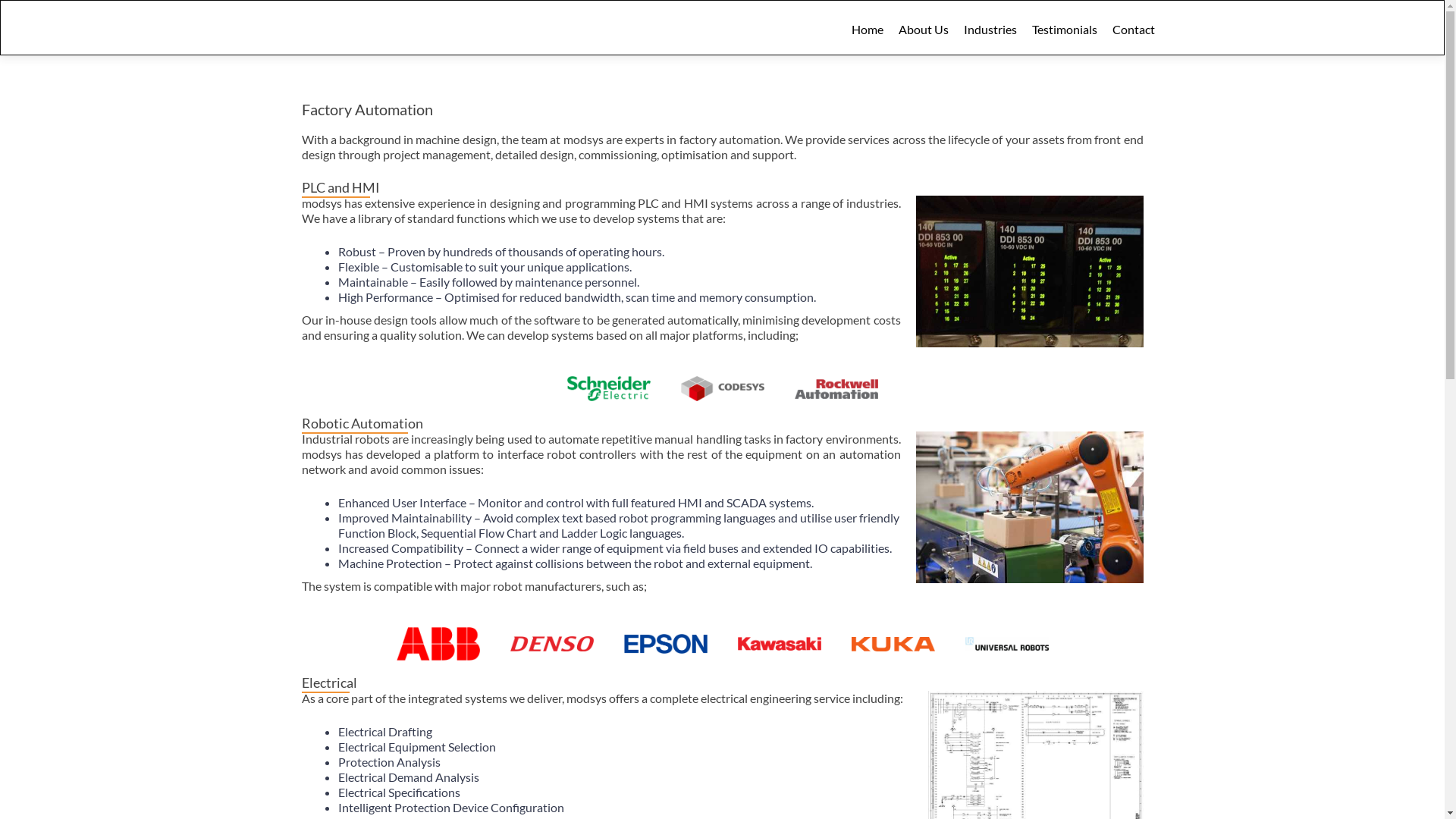 Image resolution: width=1456 pixels, height=819 pixels. Describe the element at coordinates (990, 29) in the screenshot. I see `'Industries'` at that location.